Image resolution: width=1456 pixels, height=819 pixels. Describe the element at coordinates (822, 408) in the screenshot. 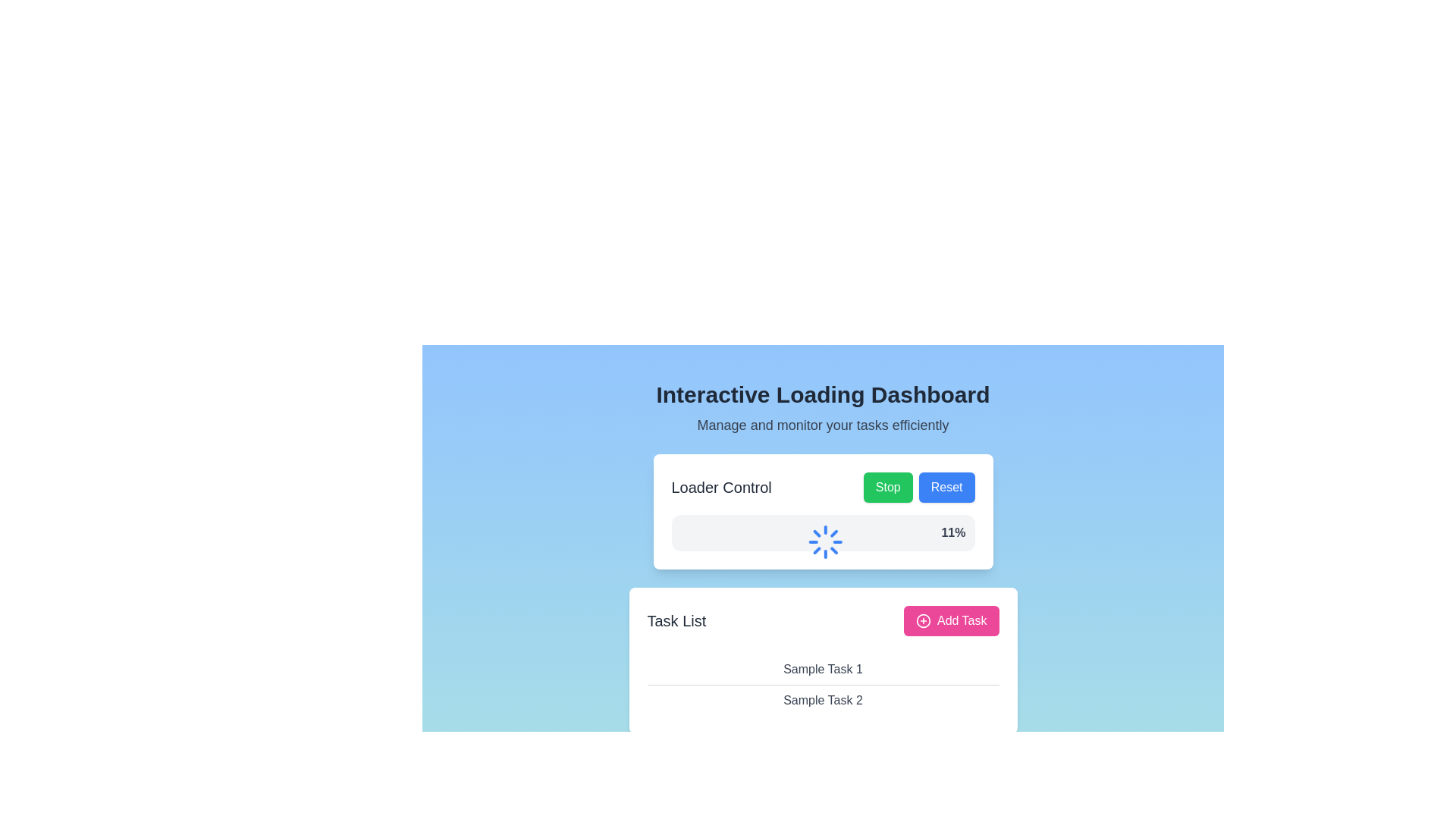

I see `the Header with the subtitle text that displays 'Interactive Loading Dashboard' and 'Manage and monitor your tasks efficiently' centered on a blue gradient background` at that location.